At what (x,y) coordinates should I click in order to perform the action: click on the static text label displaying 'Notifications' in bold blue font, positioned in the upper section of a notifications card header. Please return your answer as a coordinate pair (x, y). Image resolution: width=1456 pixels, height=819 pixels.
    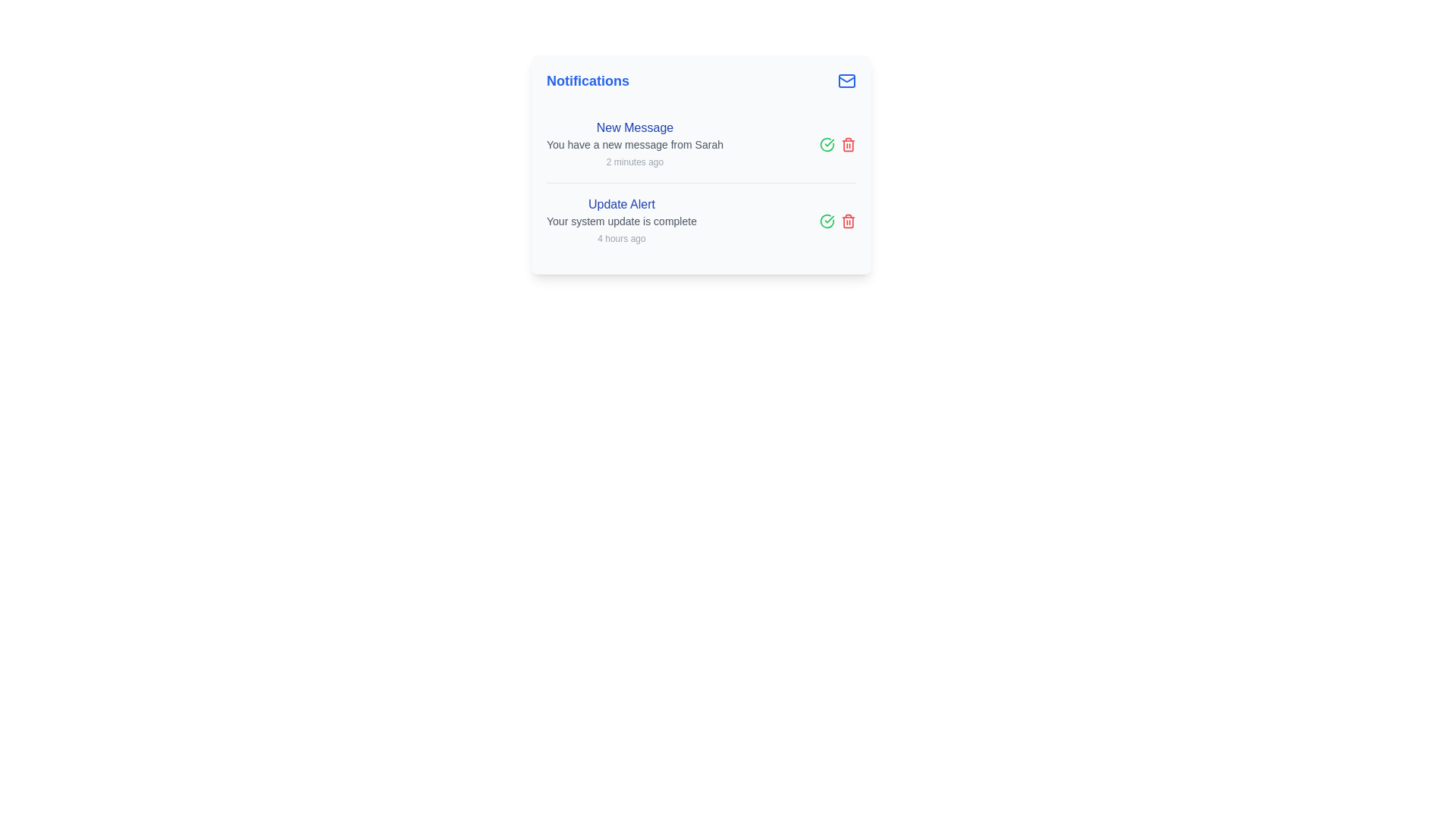
    Looking at the image, I should click on (587, 81).